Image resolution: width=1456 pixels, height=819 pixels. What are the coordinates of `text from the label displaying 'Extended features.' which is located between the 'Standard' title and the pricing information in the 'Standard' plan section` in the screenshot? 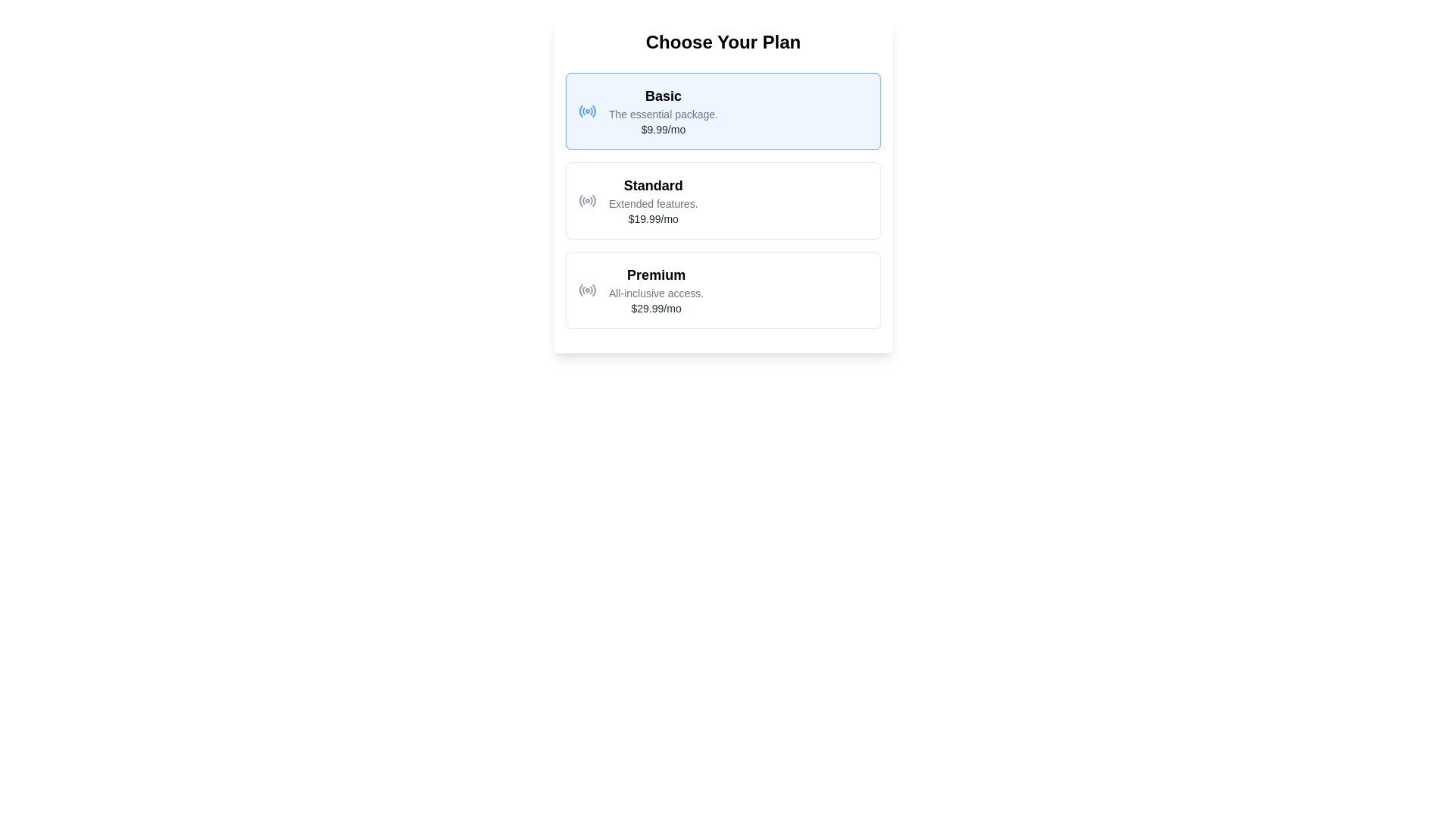 It's located at (653, 203).